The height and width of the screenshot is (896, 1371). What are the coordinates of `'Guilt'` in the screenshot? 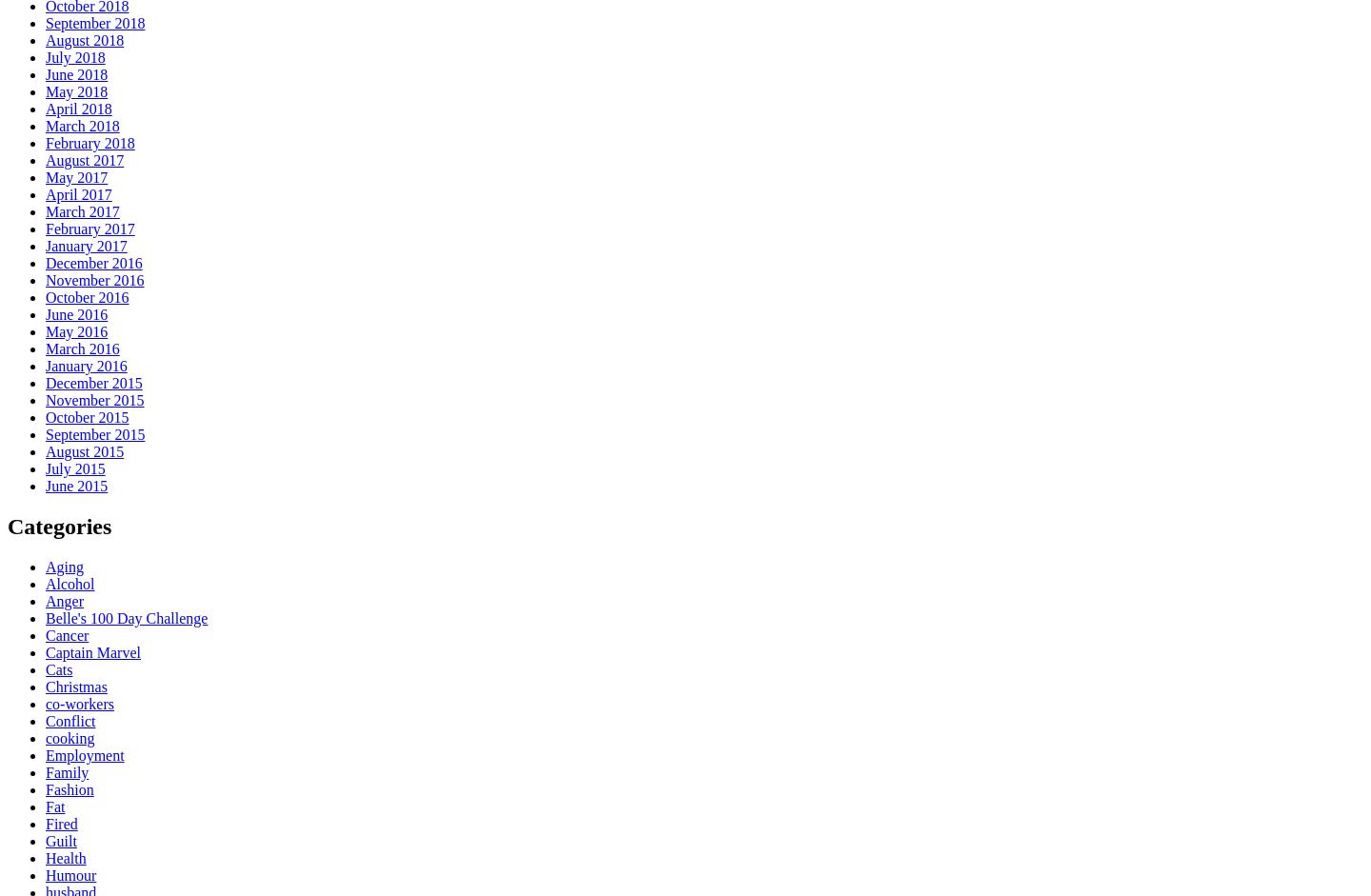 It's located at (44, 840).